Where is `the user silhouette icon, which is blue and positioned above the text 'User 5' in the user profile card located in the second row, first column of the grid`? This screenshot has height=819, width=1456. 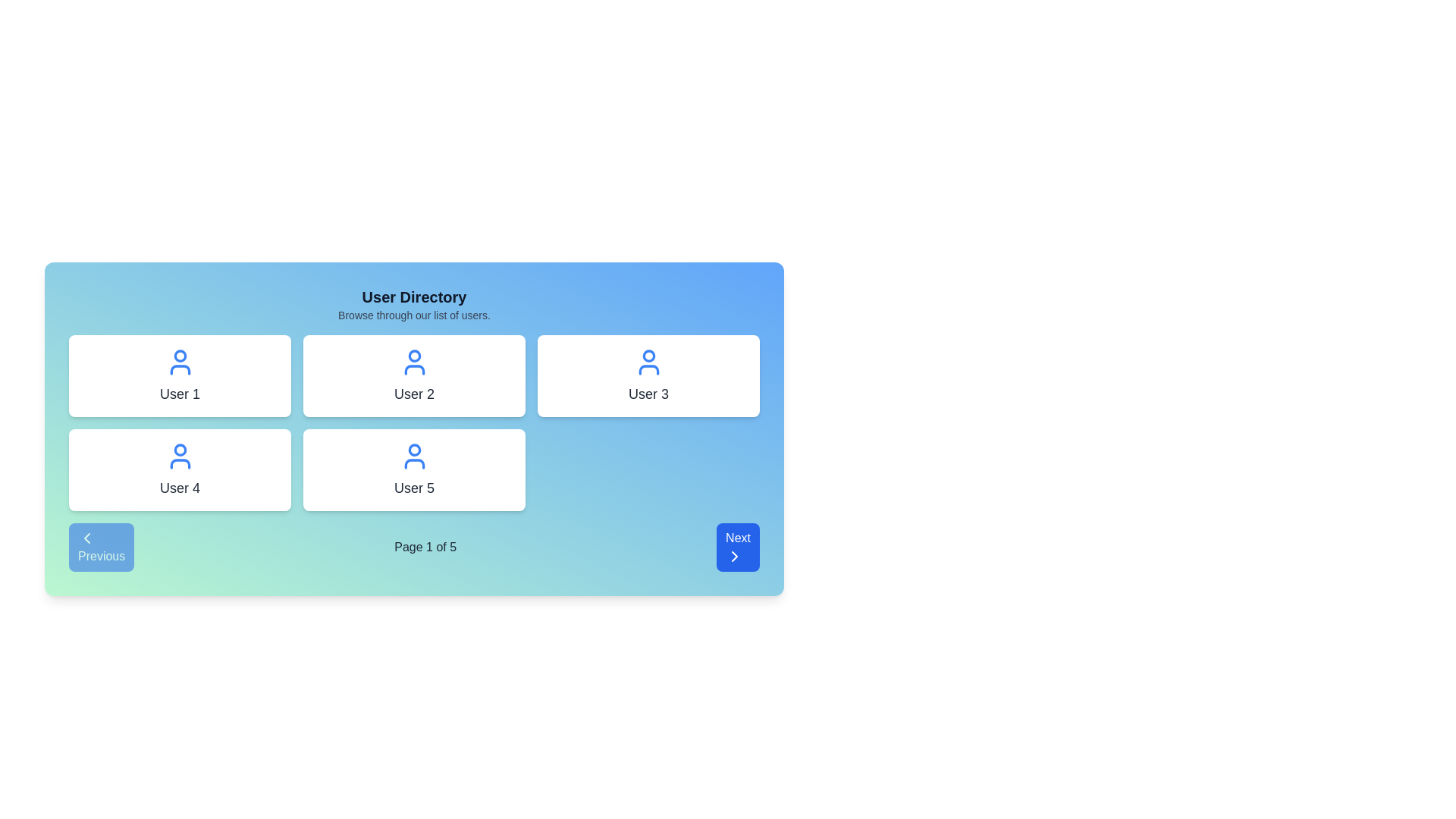 the user silhouette icon, which is blue and positioned above the text 'User 5' in the user profile card located in the second row, first column of the grid is located at coordinates (414, 455).